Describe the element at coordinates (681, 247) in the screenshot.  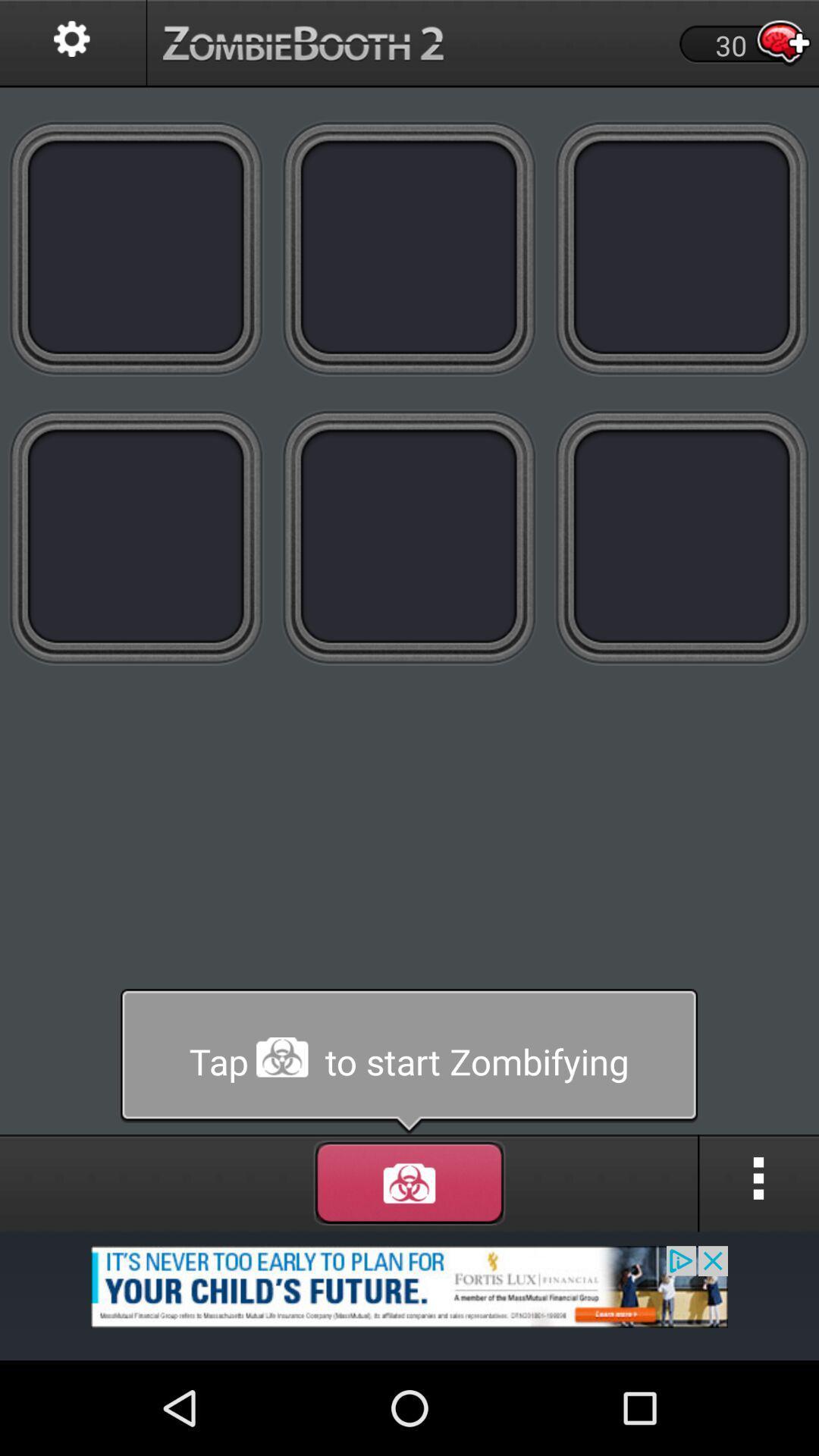
I see `new pega` at that location.